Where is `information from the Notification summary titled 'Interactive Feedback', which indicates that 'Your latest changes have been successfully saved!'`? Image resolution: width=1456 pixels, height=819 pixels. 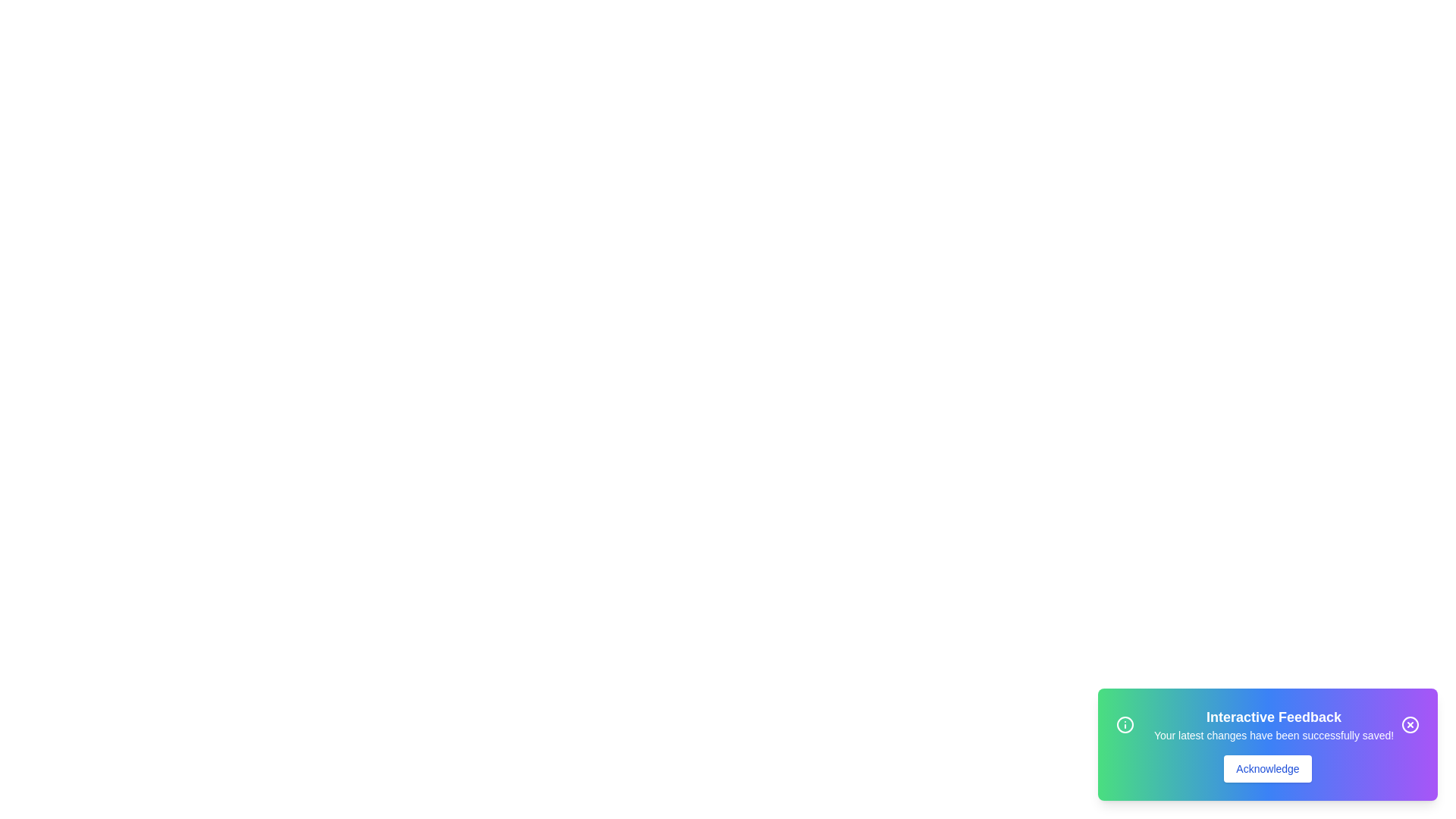
information from the Notification summary titled 'Interactive Feedback', which indicates that 'Your latest changes have been successfully saved!' is located at coordinates (1267, 724).